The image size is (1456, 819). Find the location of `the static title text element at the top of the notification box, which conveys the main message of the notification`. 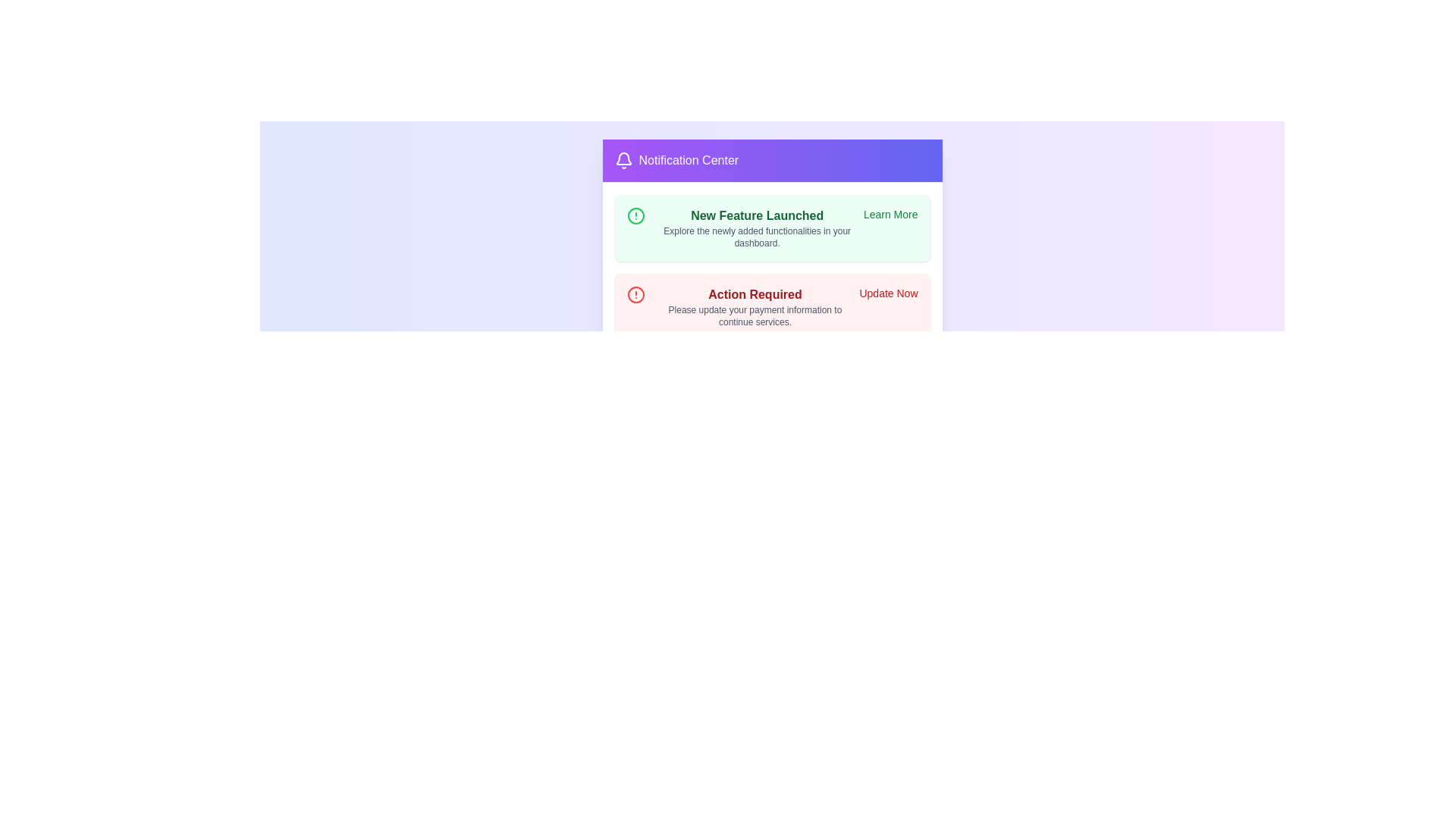

the static title text element at the top of the notification box, which conveys the main message of the notification is located at coordinates (757, 216).